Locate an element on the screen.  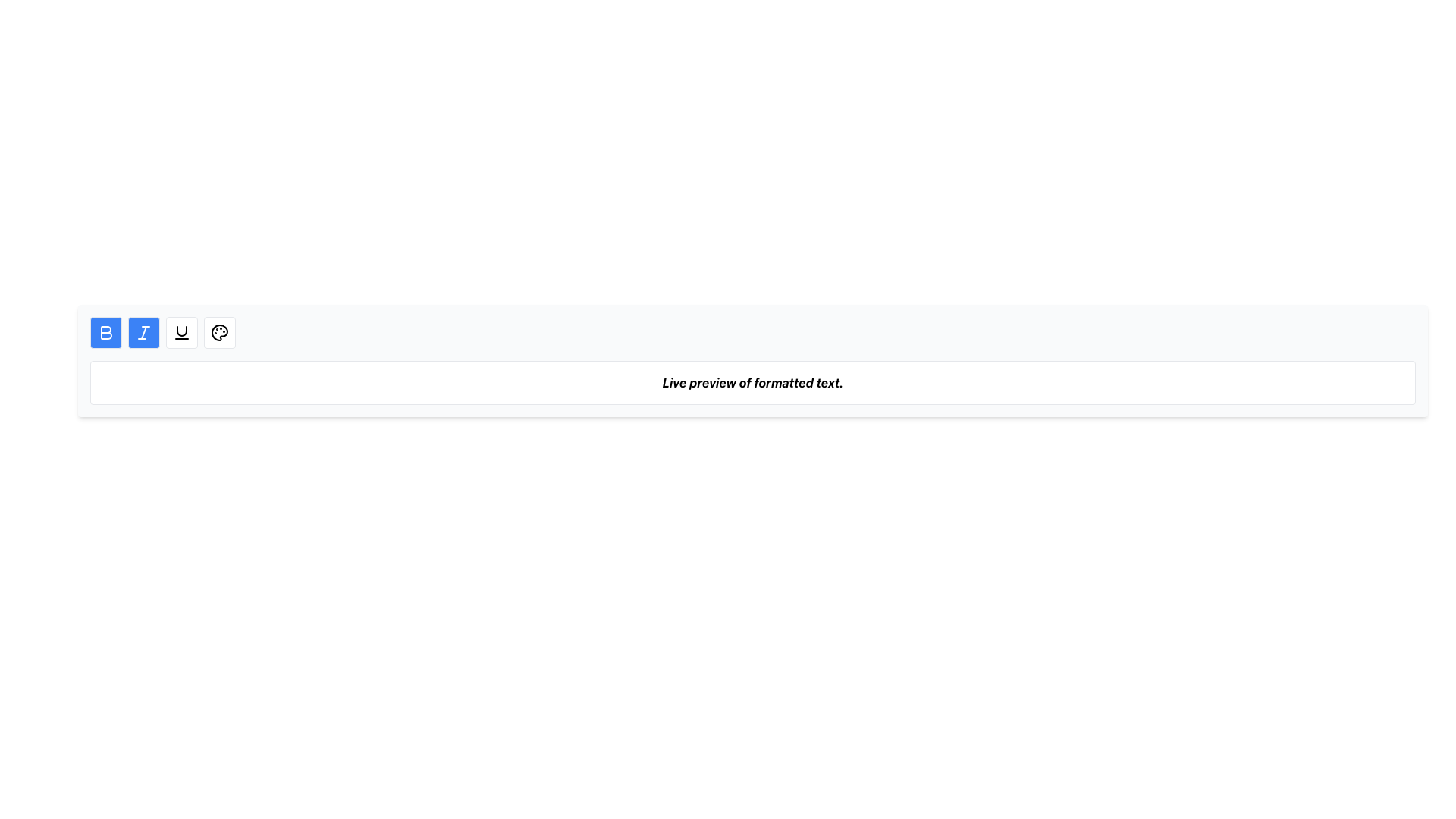
SVG structure of the main circular border of the palette icon, located in the toolbar area near the top-right corner of the interface is located at coordinates (218, 332).